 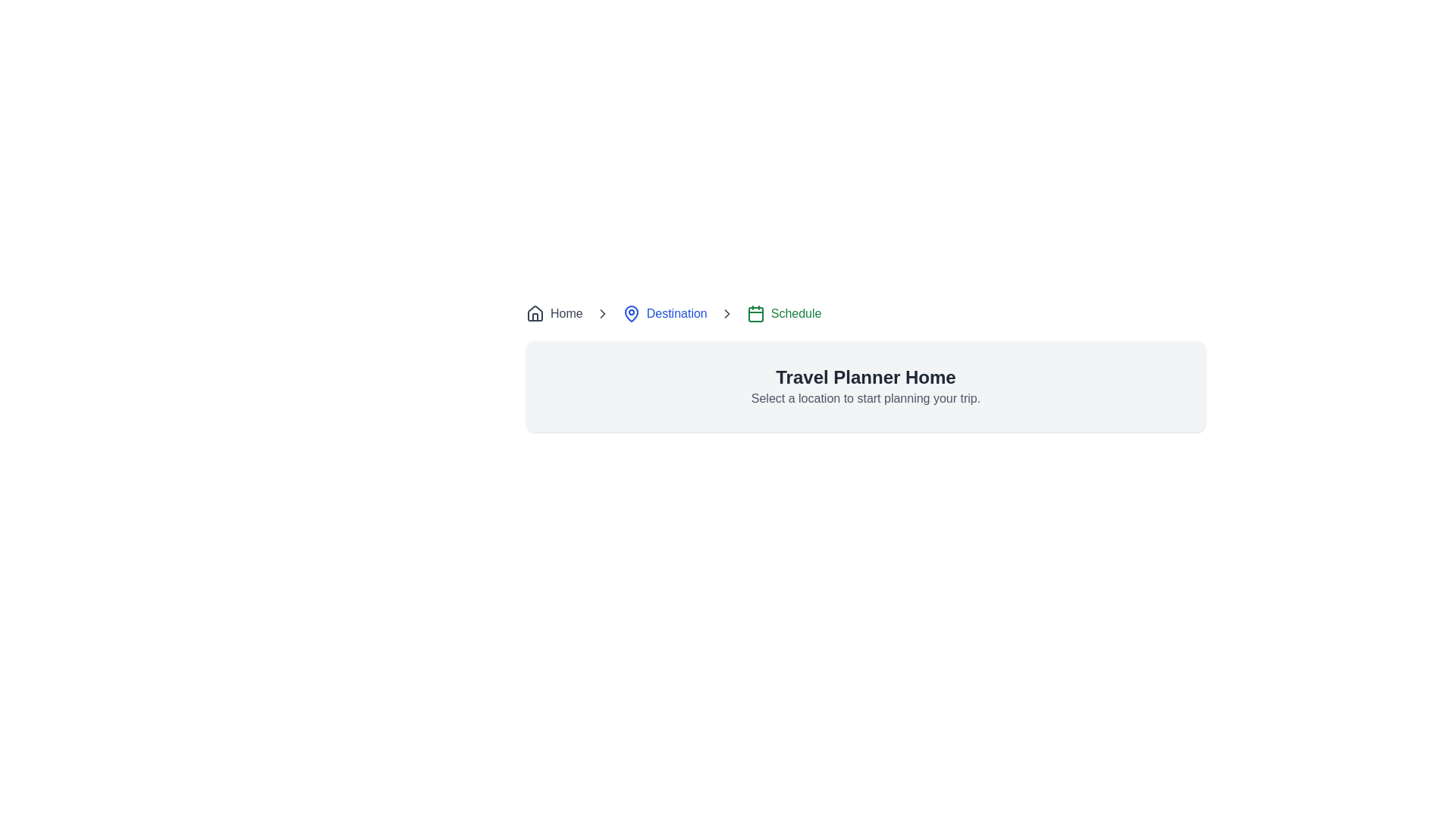 What do you see at coordinates (631, 312) in the screenshot?
I see `the small blue map pin icon located to the left of the 'Destination' text in the navigation breadcrumb layout` at bounding box center [631, 312].